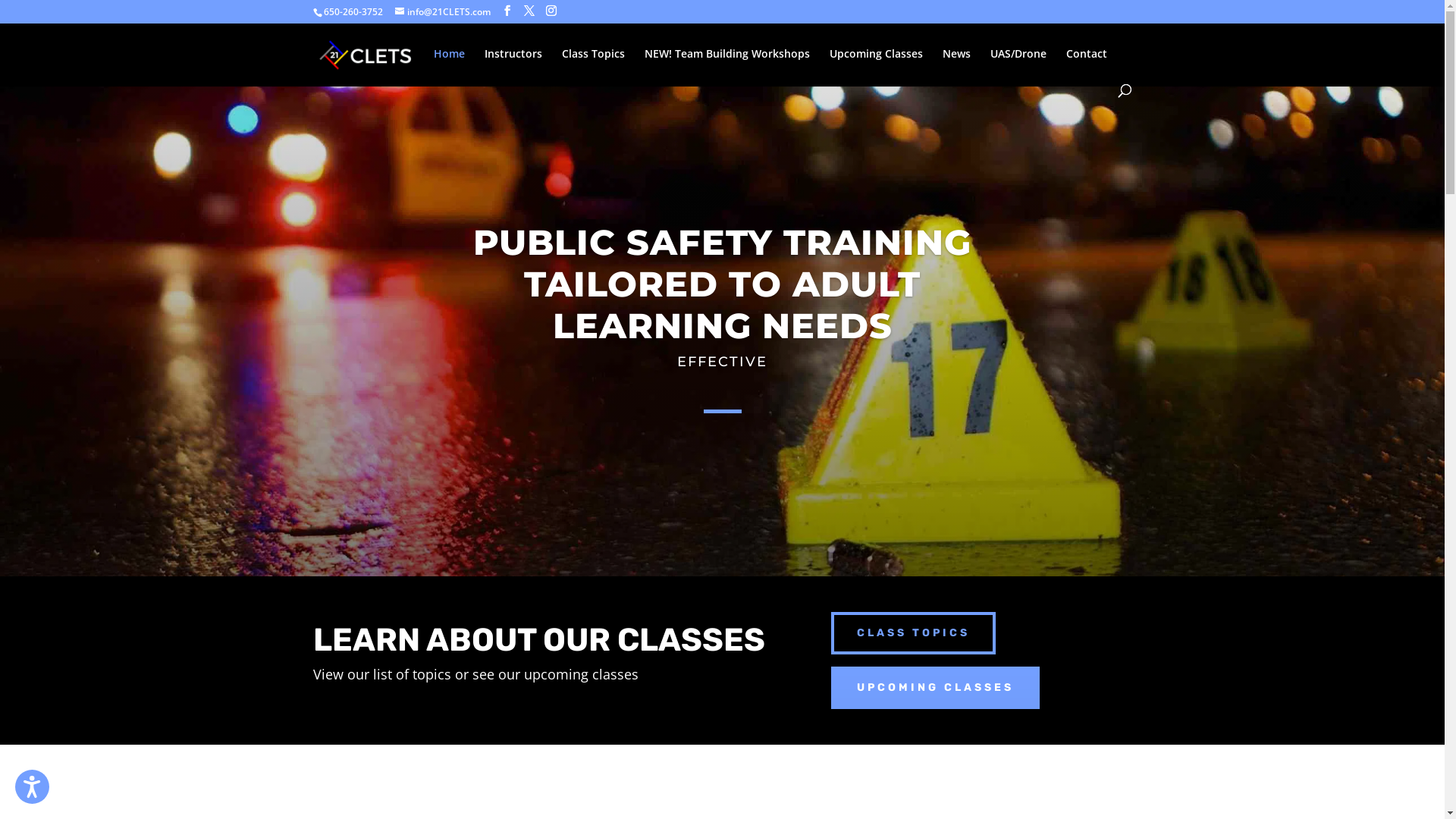 The width and height of the screenshot is (1456, 819). What do you see at coordinates (934, 687) in the screenshot?
I see `'UPCOMING CLASSES'` at bounding box center [934, 687].